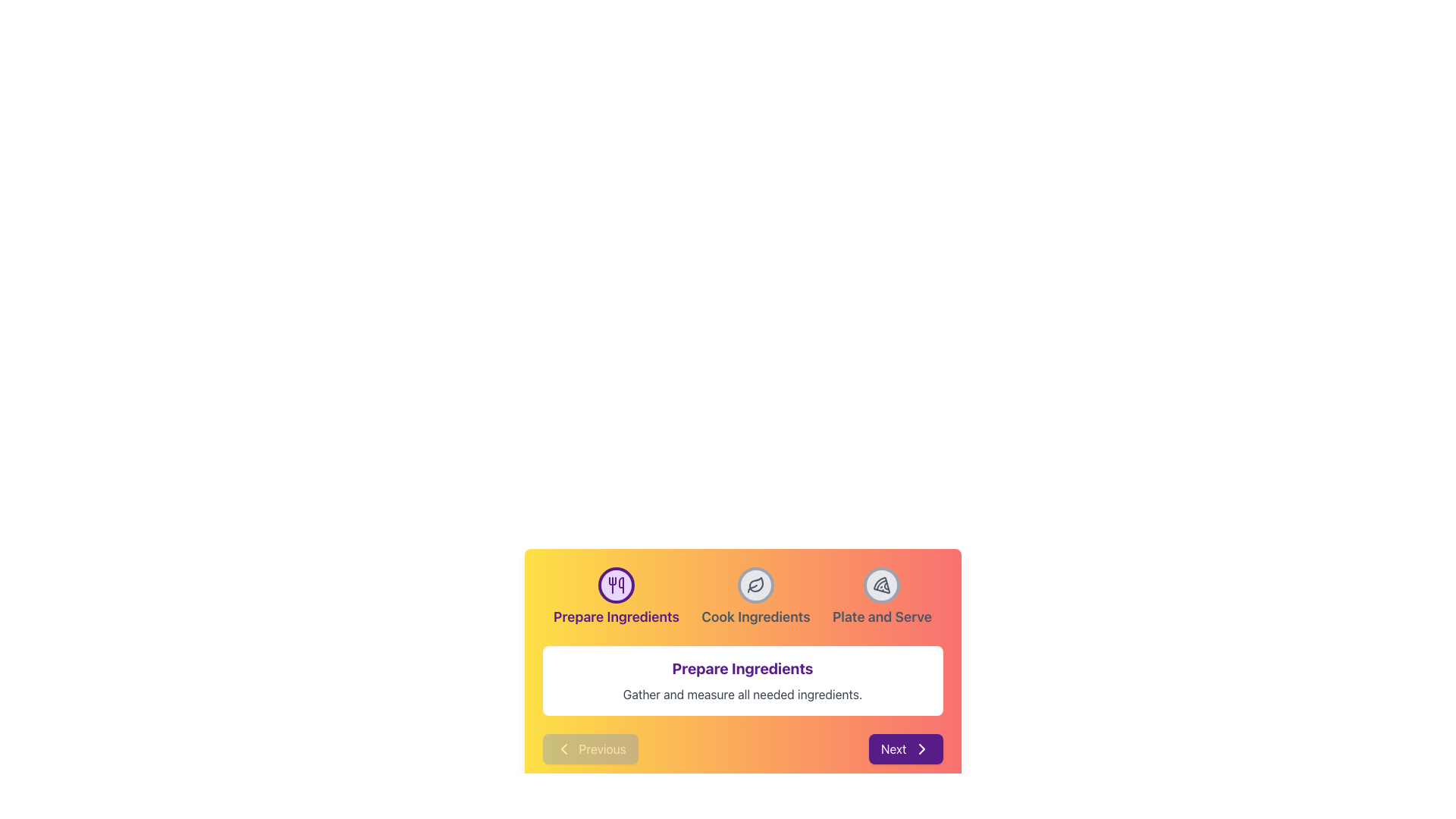  I want to click on the step indicator labeled 'Prepare Ingredients', so click(616, 596).